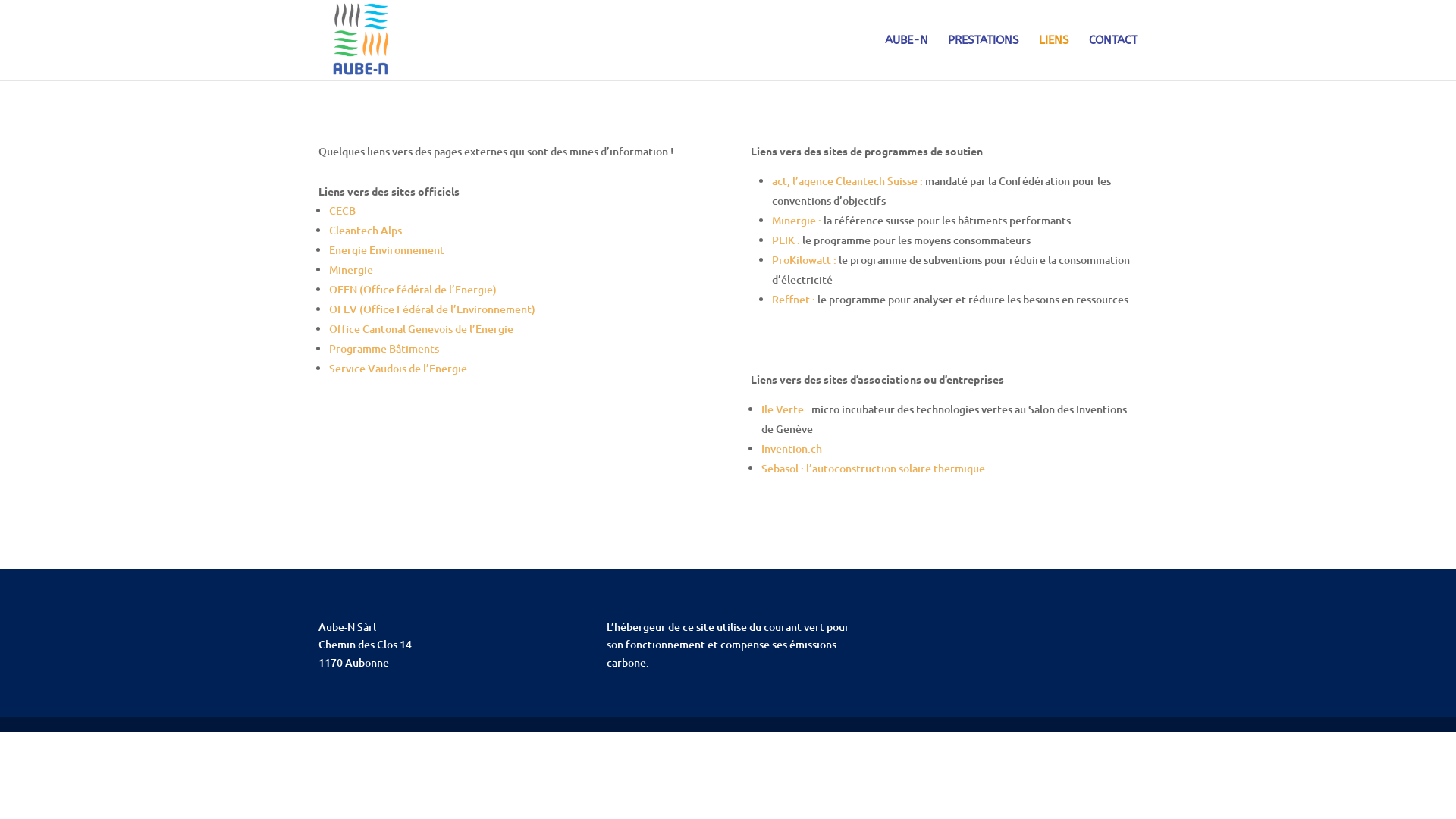  Describe the element at coordinates (386, 249) in the screenshot. I see `'Energie Environnement'` at that location.